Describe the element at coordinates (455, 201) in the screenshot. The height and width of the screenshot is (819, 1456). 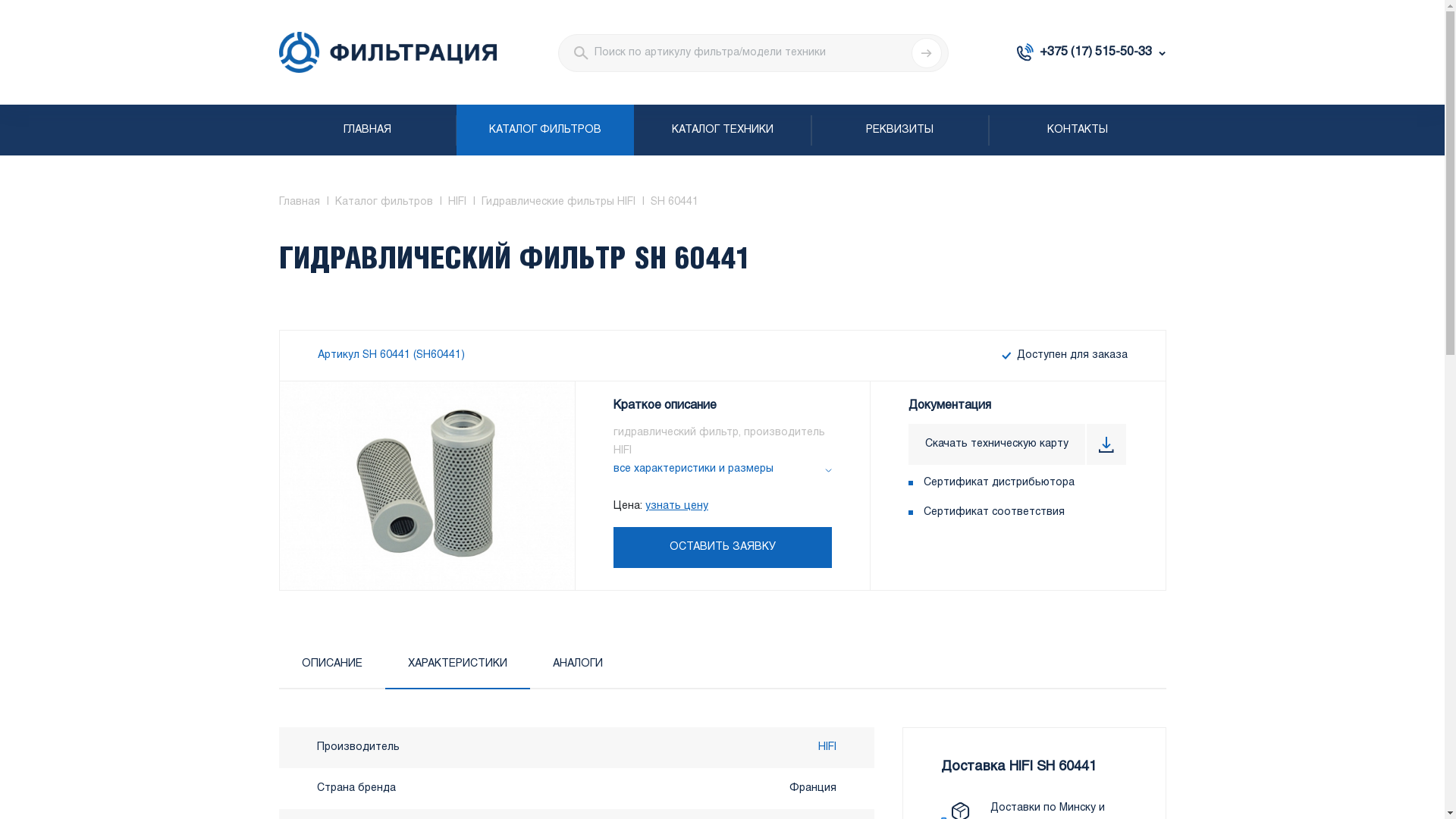
I see `'HIFI'` at that location.